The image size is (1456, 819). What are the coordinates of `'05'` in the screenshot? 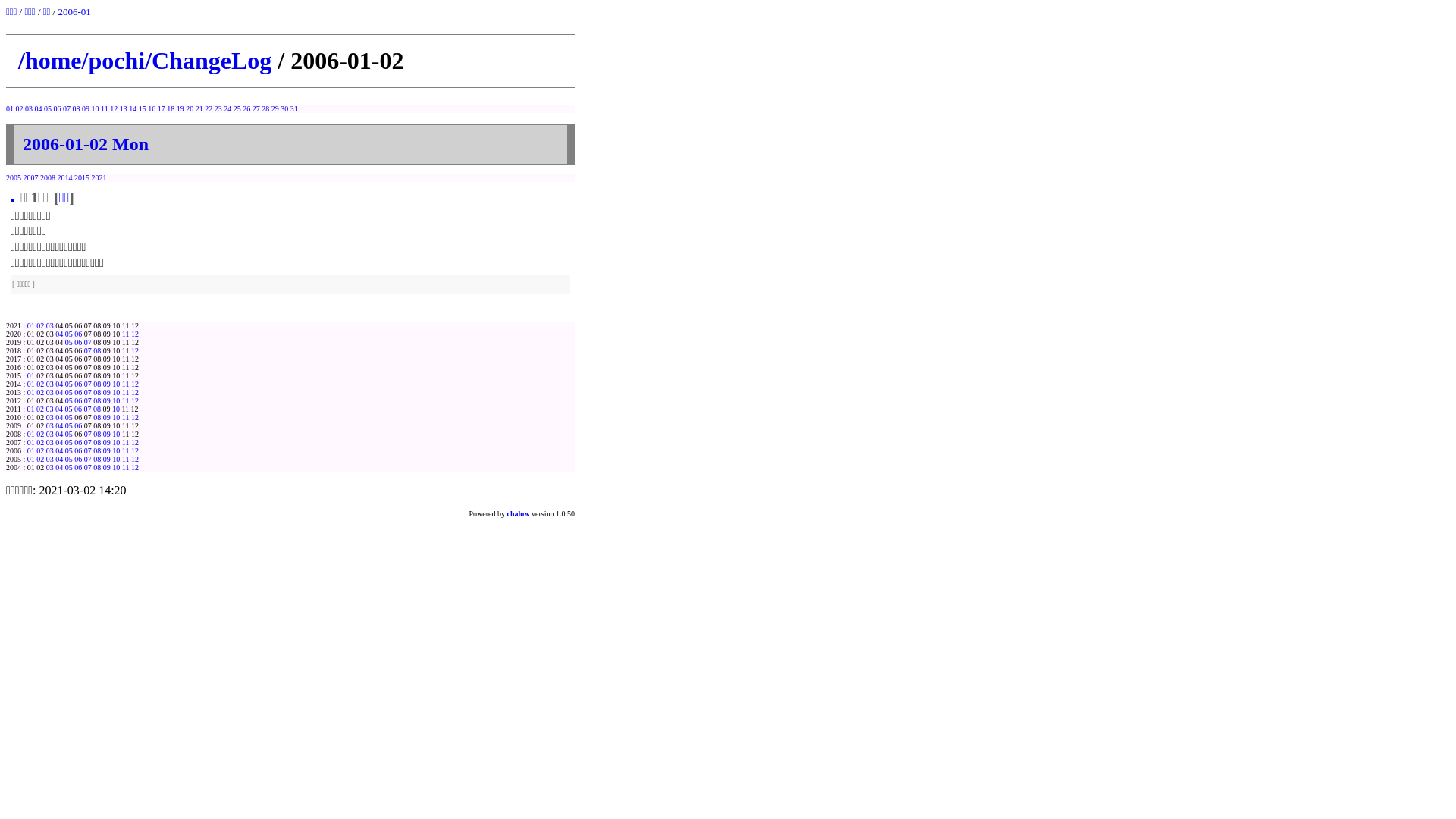 It's located at (68, 425).